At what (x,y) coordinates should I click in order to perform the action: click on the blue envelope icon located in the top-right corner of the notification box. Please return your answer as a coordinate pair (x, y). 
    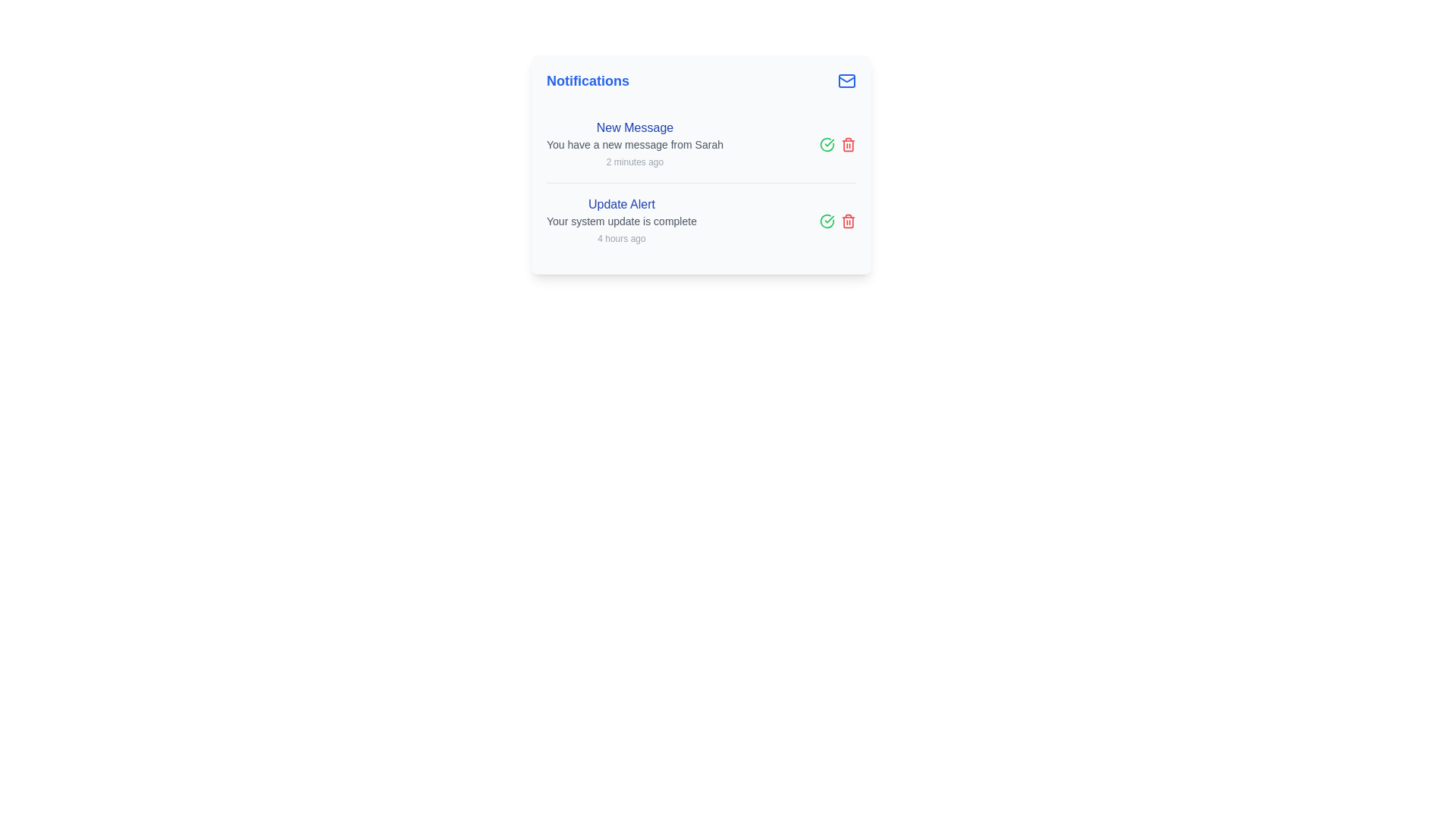
    Looking at the image, I should click on (846, 81).